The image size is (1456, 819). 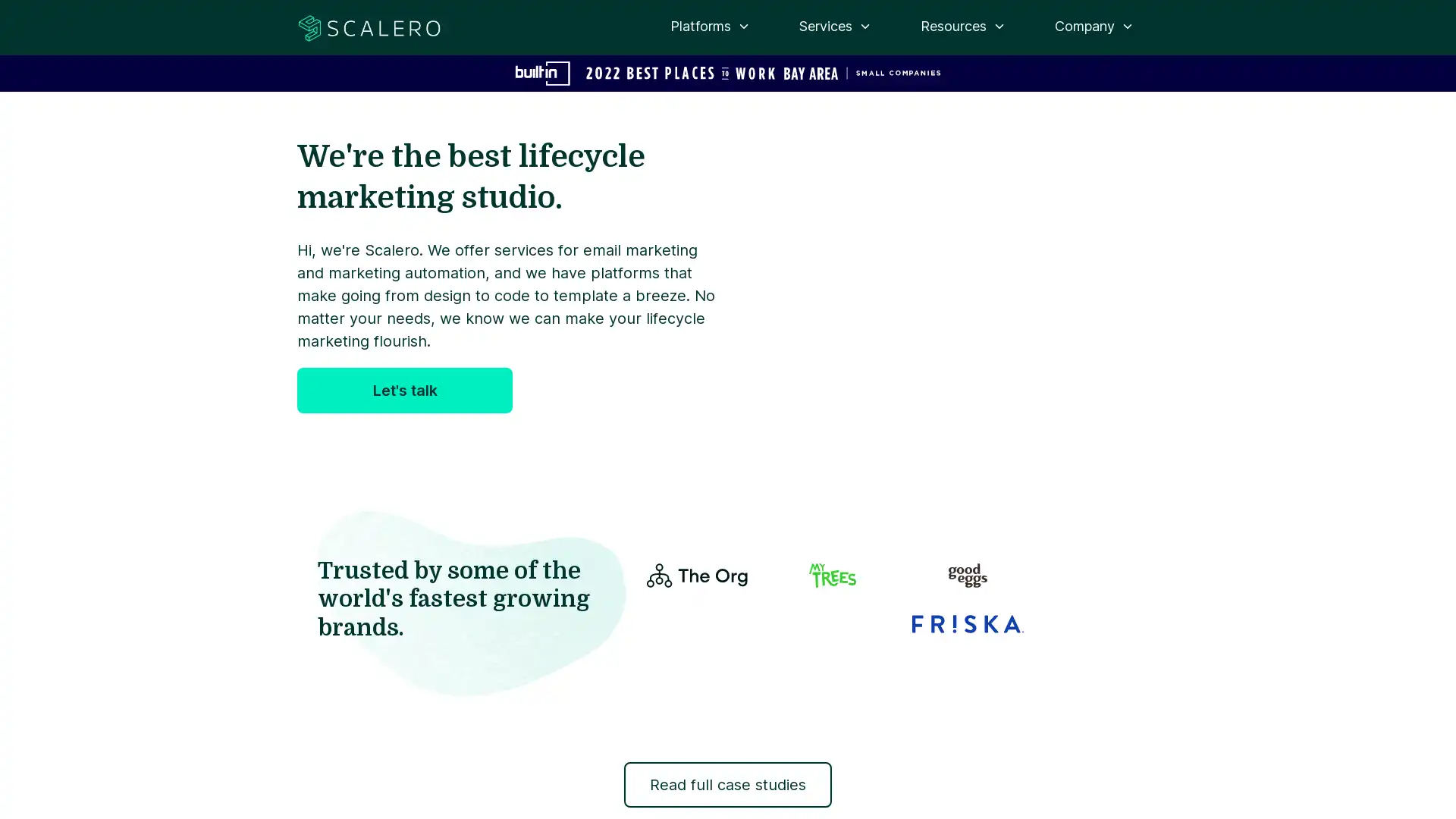 I want to click on Read full case studies, so click(x=728, y=784).